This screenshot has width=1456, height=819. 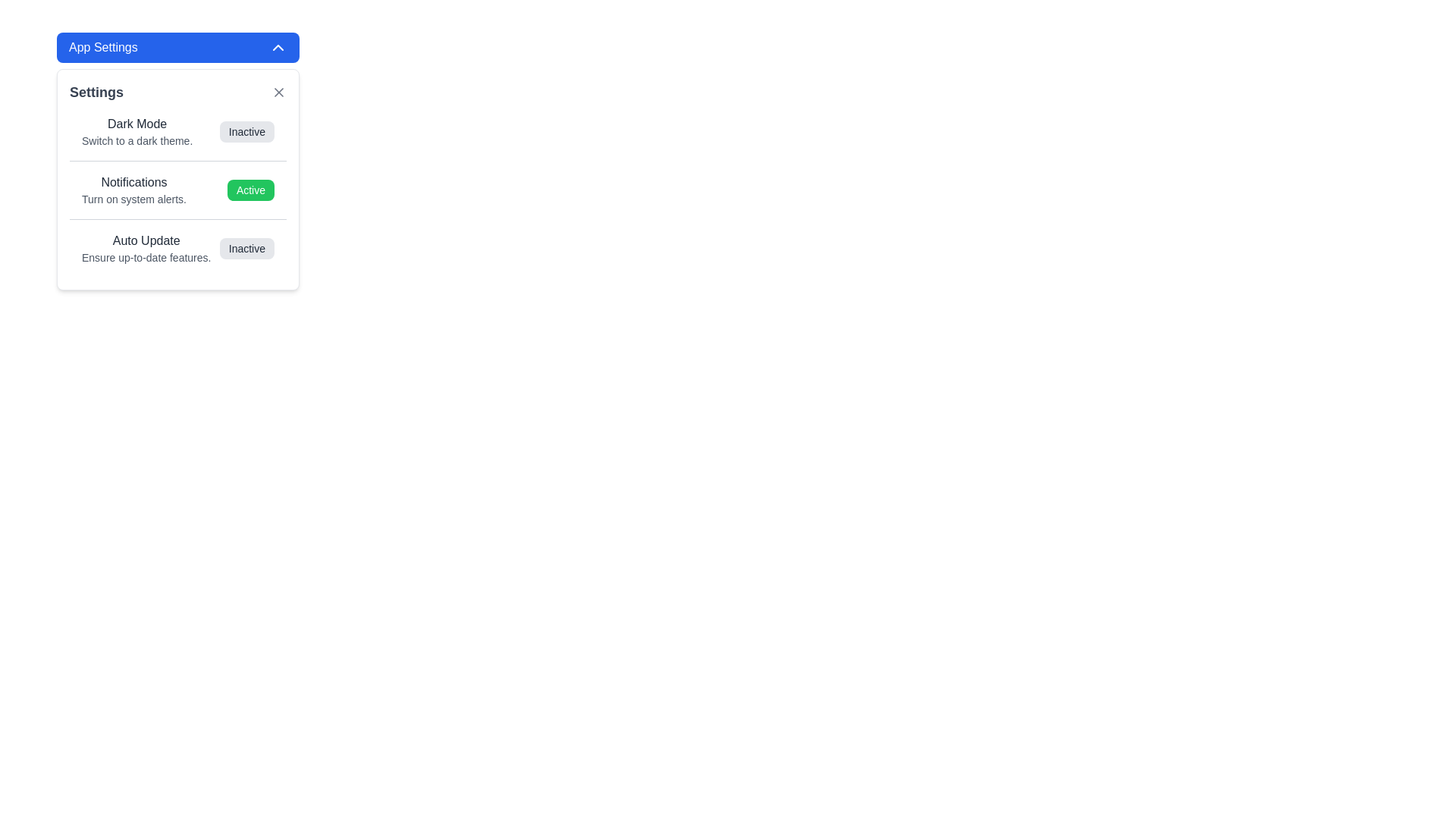 What do you see at coordinates (146, 247) in the screenshot?
I see `the text block titled 'Auto Update' which contains the subtitle 'Ensure up-to-date features' located in the middle-bottom part of the settings panel` at bounding box center [146, 247].